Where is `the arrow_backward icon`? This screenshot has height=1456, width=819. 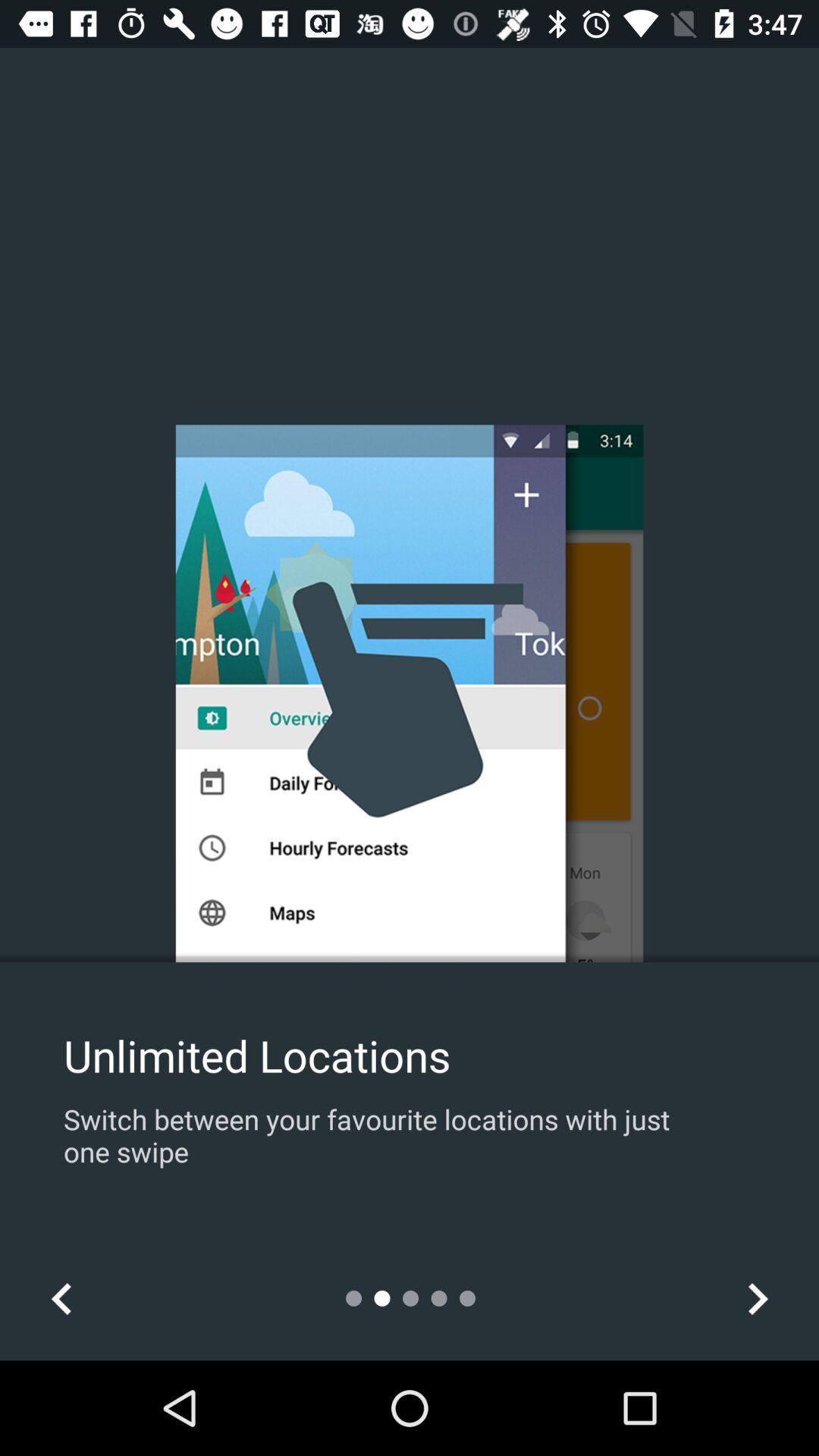 the arrow_backward icon is located at coordinates (61, 1298).